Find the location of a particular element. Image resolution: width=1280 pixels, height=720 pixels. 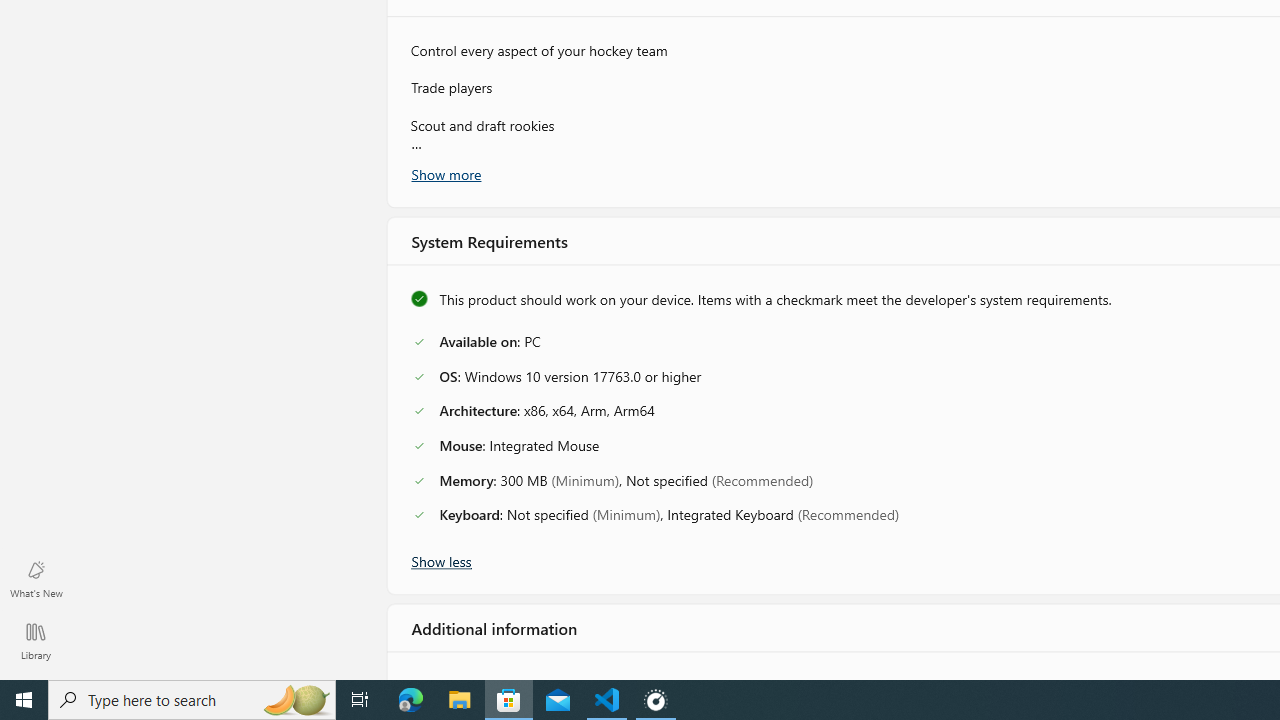

'Show more' is located at coordinates (444, 172).